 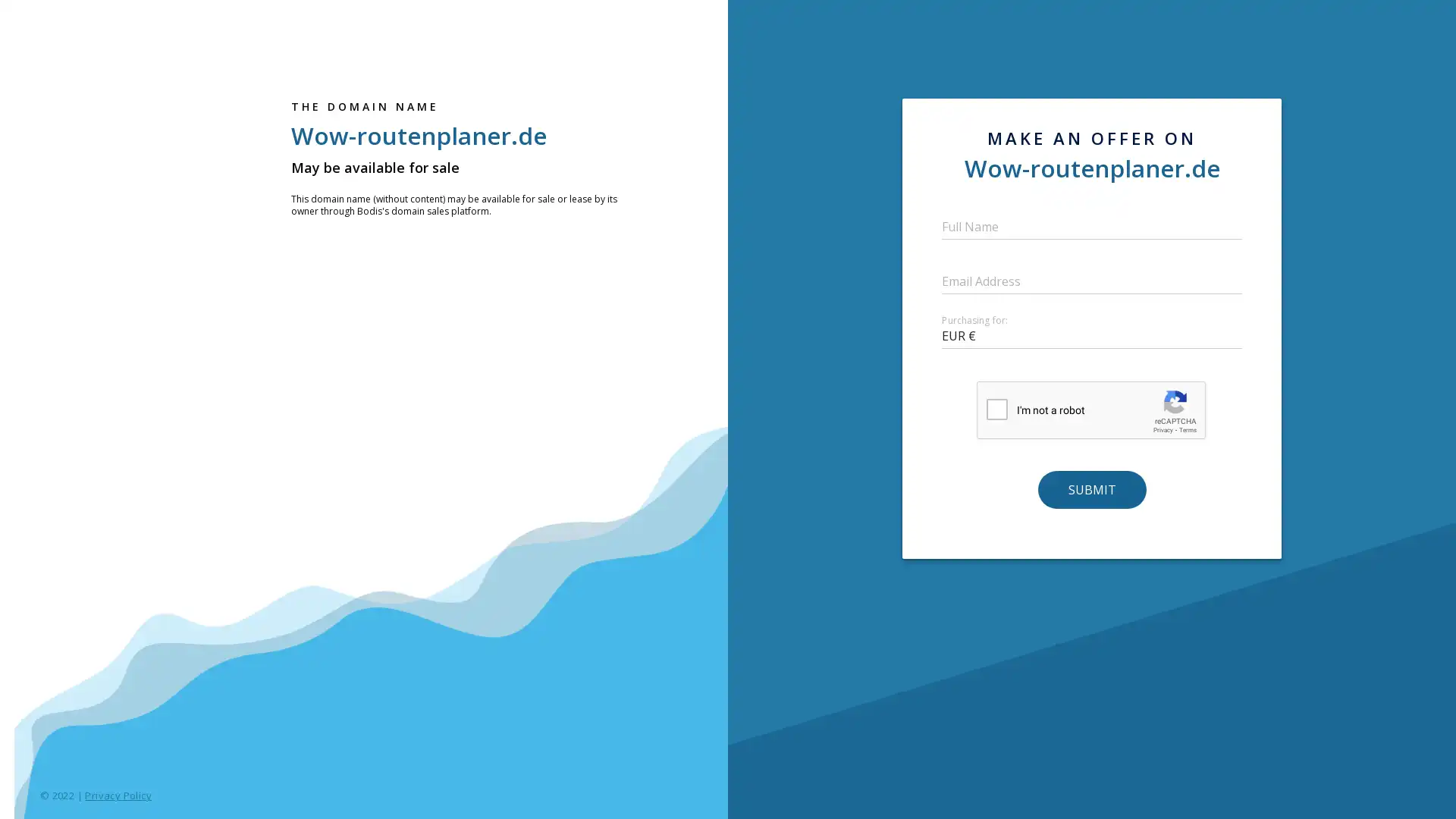 I want to click on SUBMIT, so click(x=1090, y=488).